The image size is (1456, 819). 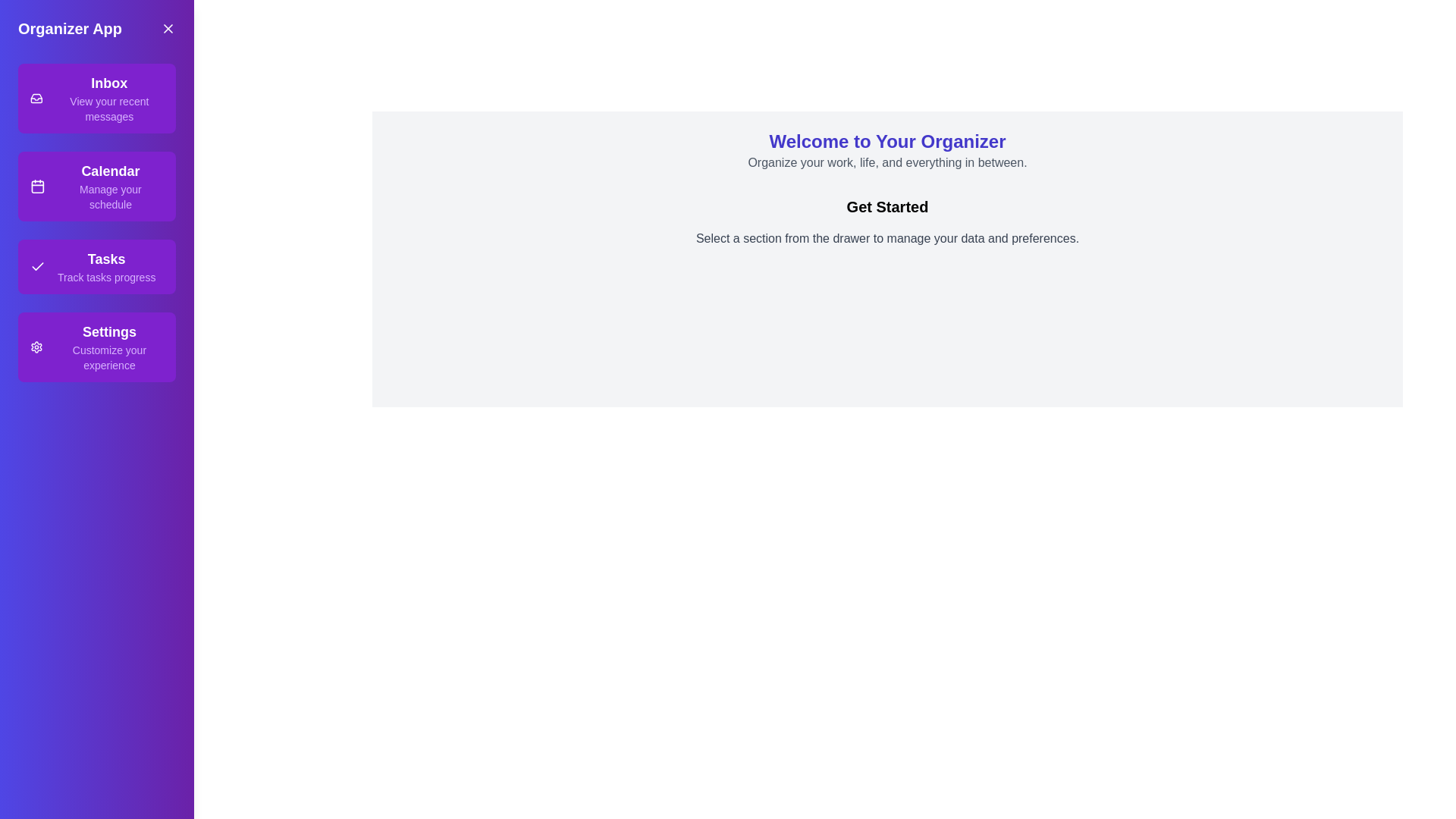 What do you see at coordinates (96, 186) in the screenshot?
I see `the section labeled Calendar in the drawer to observe the visual feedback` at bounding box center [96, 186].